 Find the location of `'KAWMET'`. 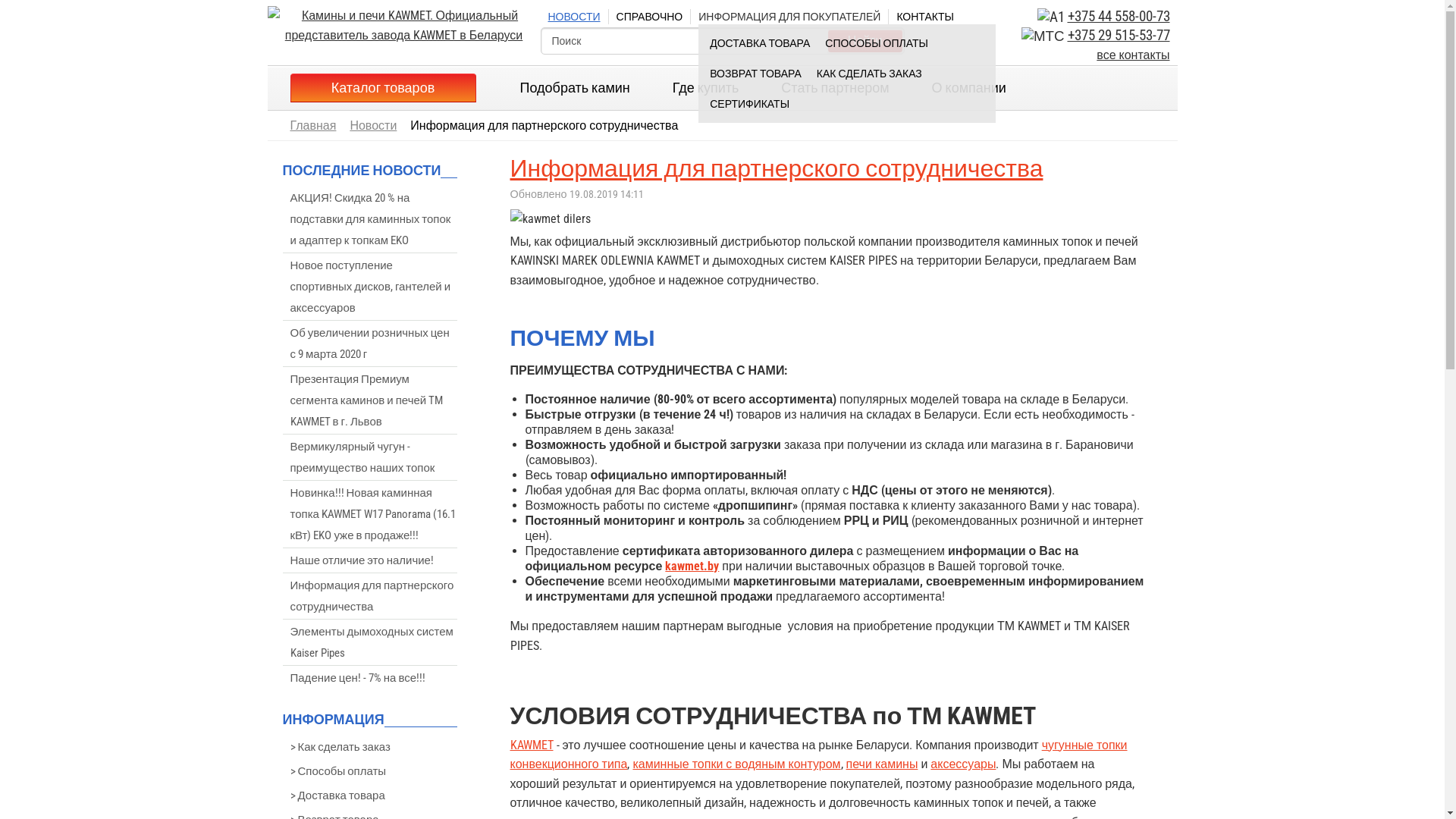

'KAWMET' is located at coordinates (531, 744).